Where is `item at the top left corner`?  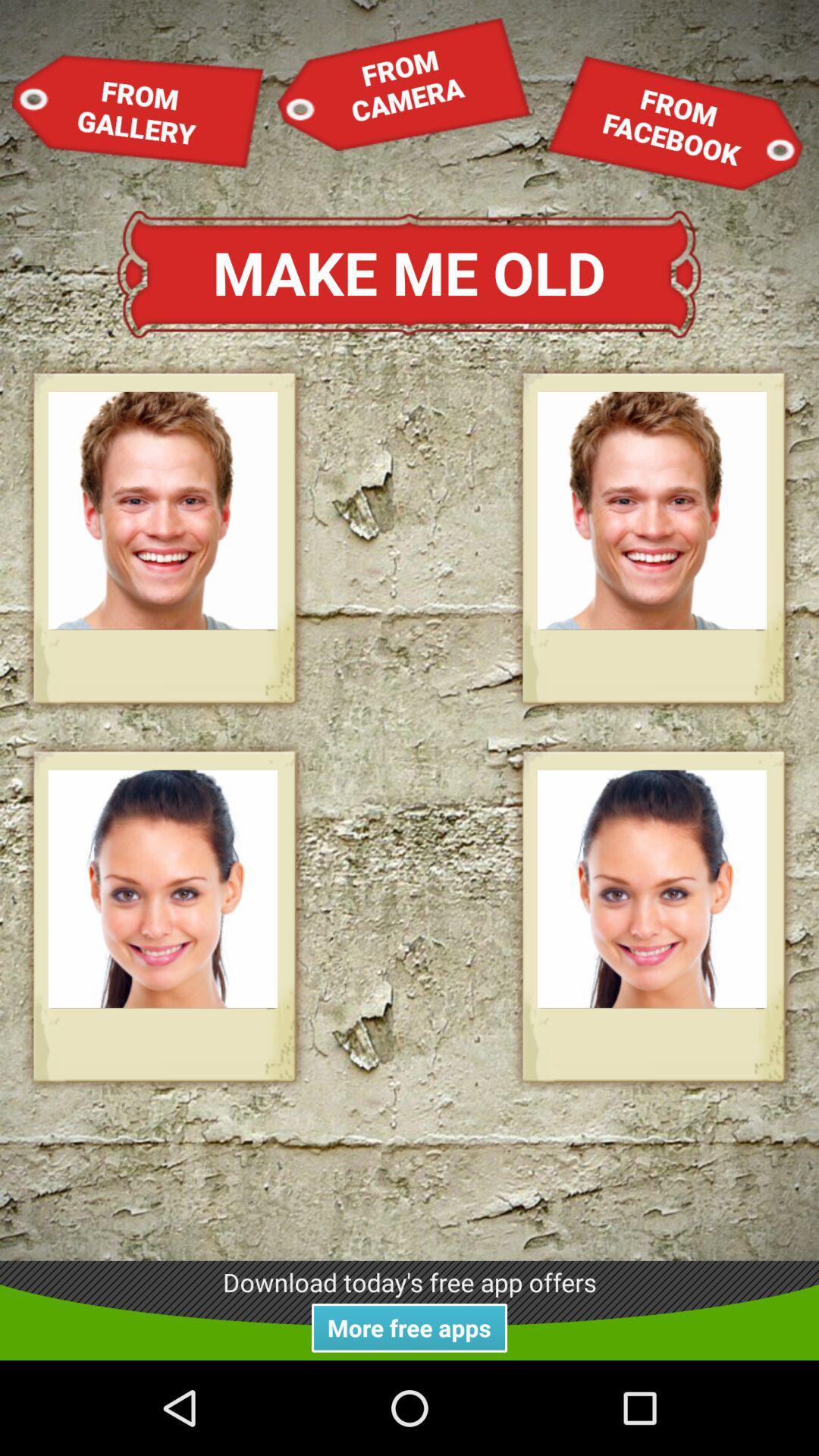 item at the top left corner is located at coordinates (138, 110).